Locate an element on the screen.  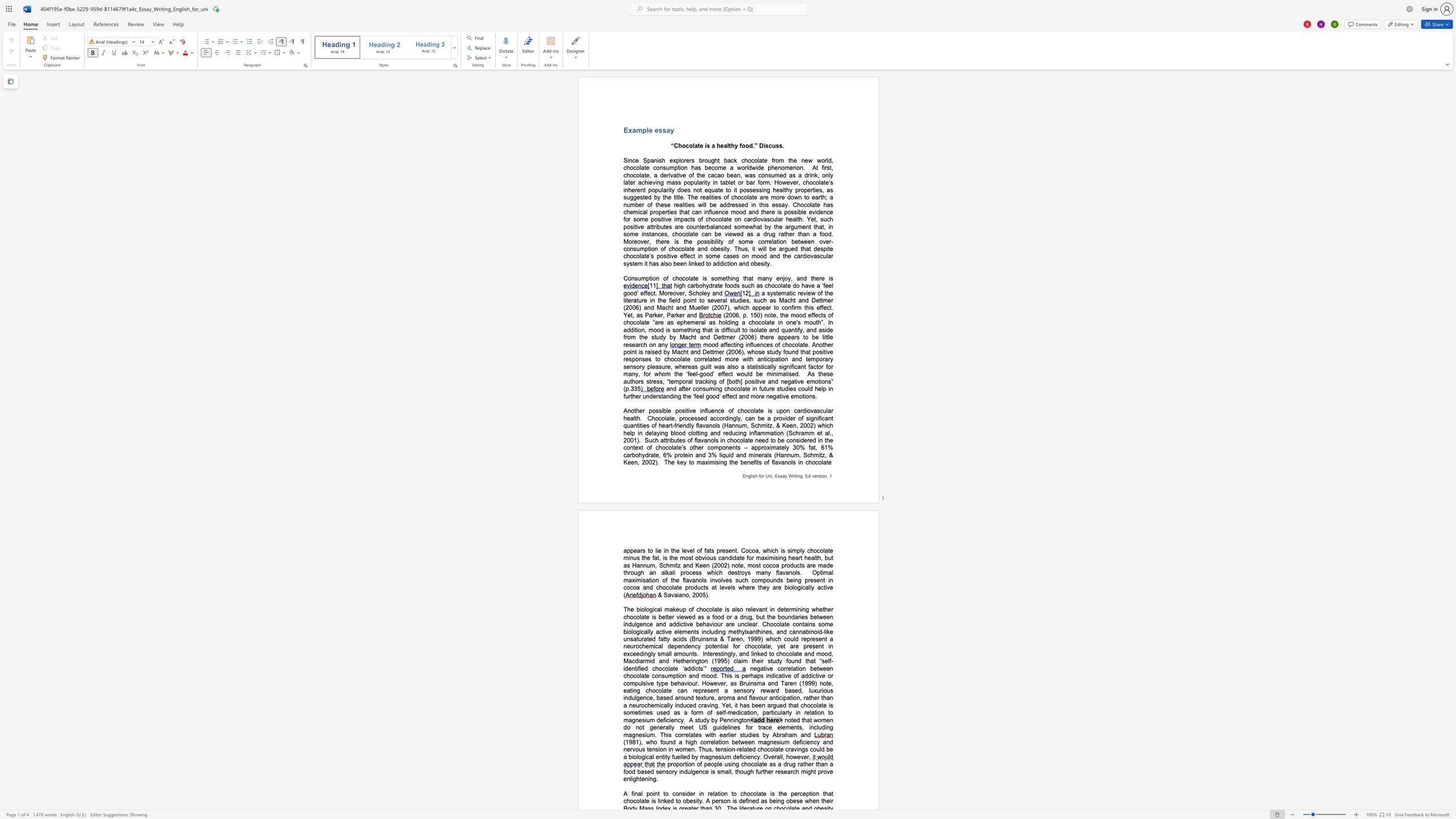
the subset text "ly 30% fat, 61% carbohydrate, 6% protein and 3% liquid and minerals (Hannum, Sch" within the text "Such attributes of flavanols in chocolate need to be considered in the context of chocolate’s other components – approximately 30% fat, 61% carbohydrate, 6% protein and 3% liquid and minerals (Hannum, Sch" is located at coordinates (784, 447).